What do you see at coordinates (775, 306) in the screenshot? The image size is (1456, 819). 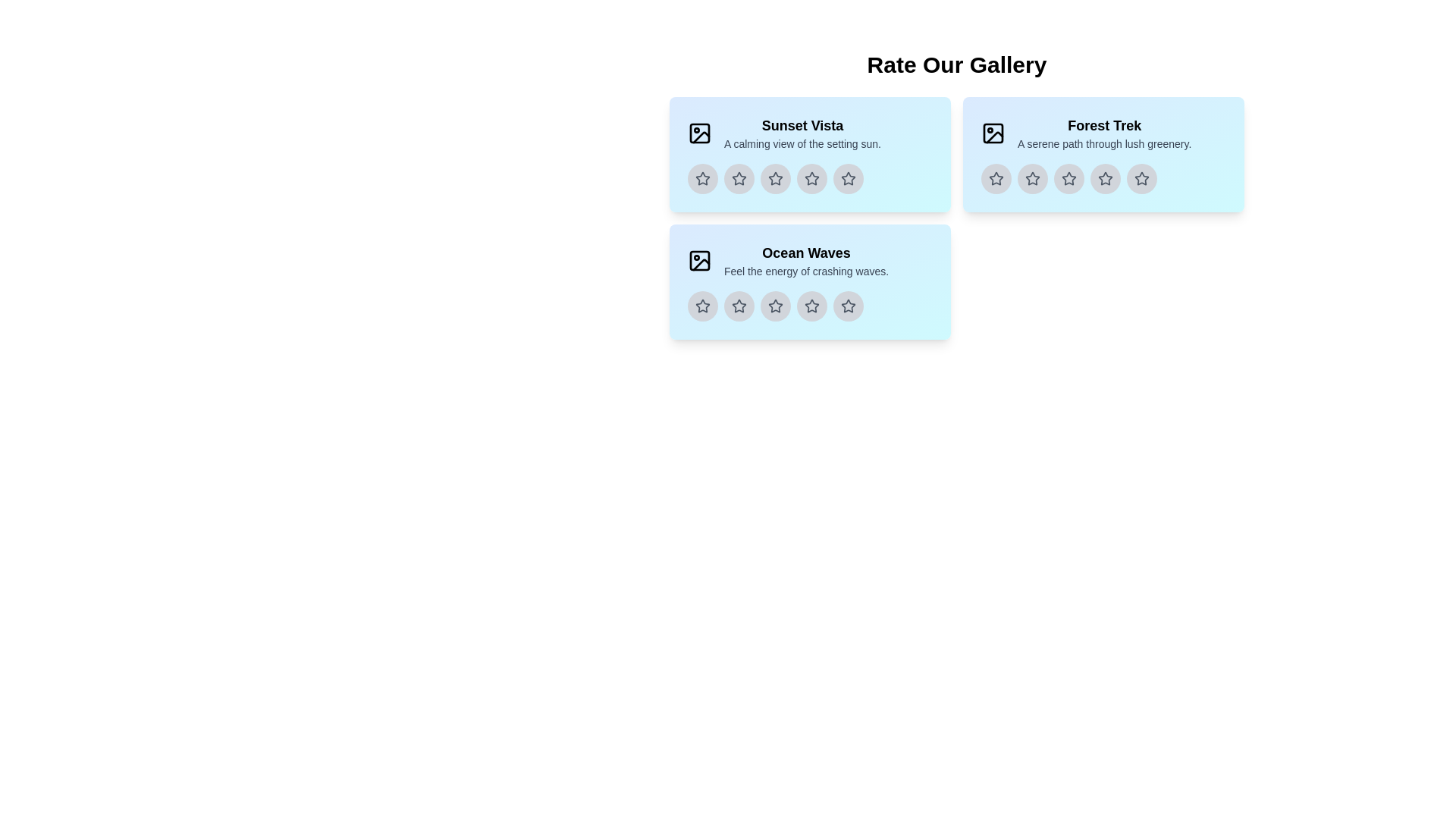 I see `the circular button styled with a gray background and a star icon` at bounding box center [775, 306].